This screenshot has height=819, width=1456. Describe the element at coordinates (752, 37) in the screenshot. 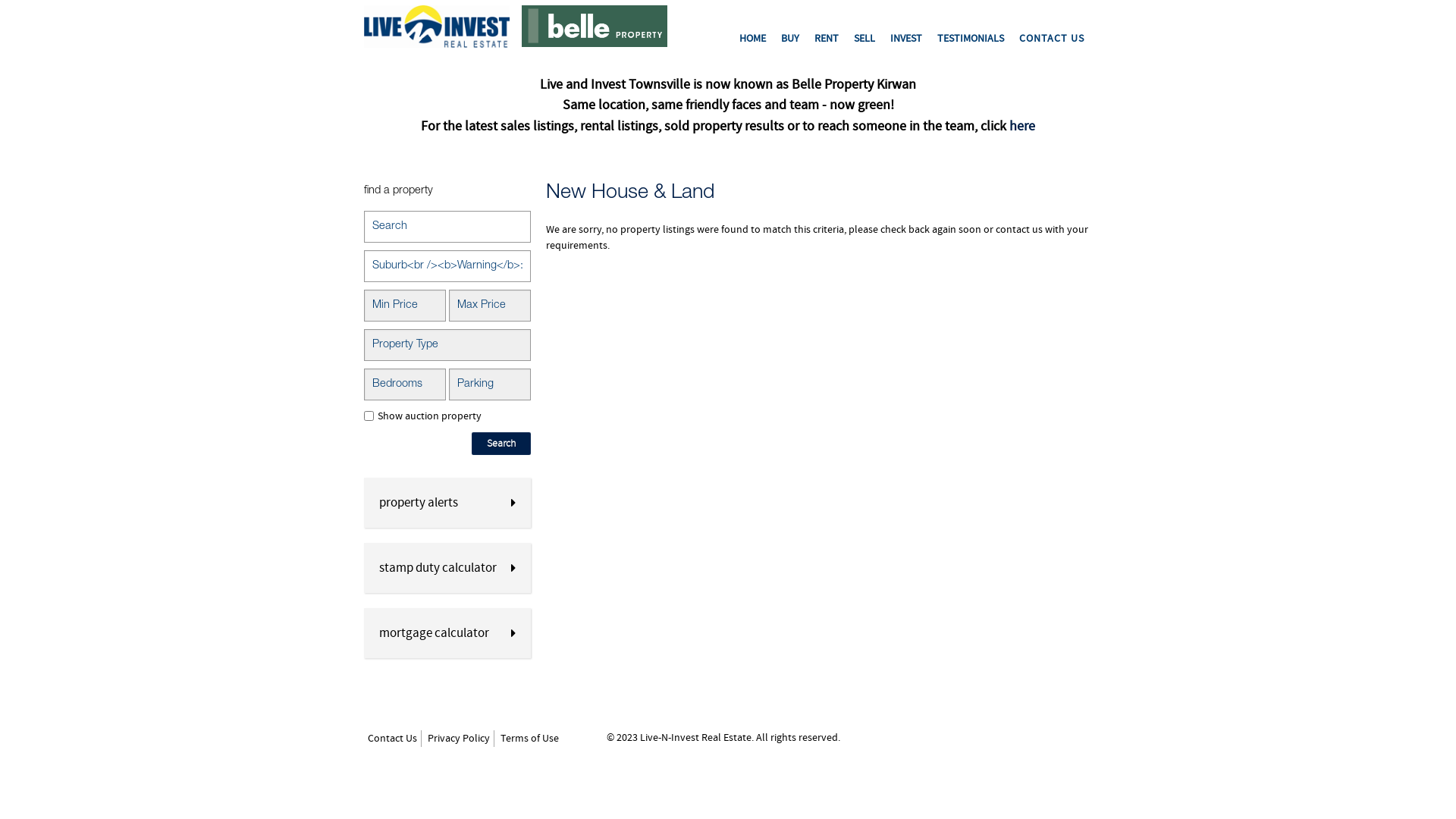

I see `'HOME'` at that location.